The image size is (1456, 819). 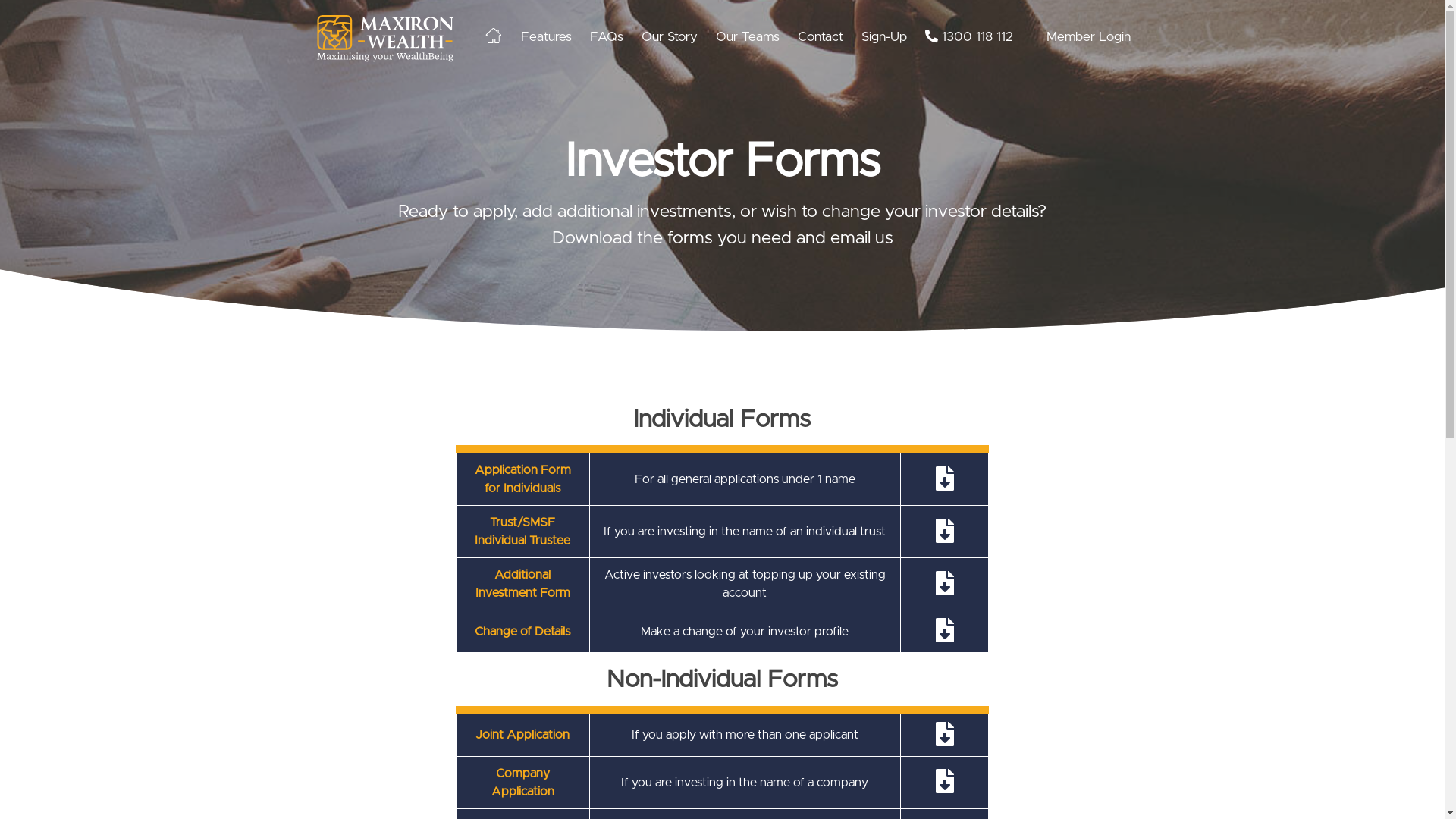 I want to click on 'Member Login', so click(x=1037, y=36).